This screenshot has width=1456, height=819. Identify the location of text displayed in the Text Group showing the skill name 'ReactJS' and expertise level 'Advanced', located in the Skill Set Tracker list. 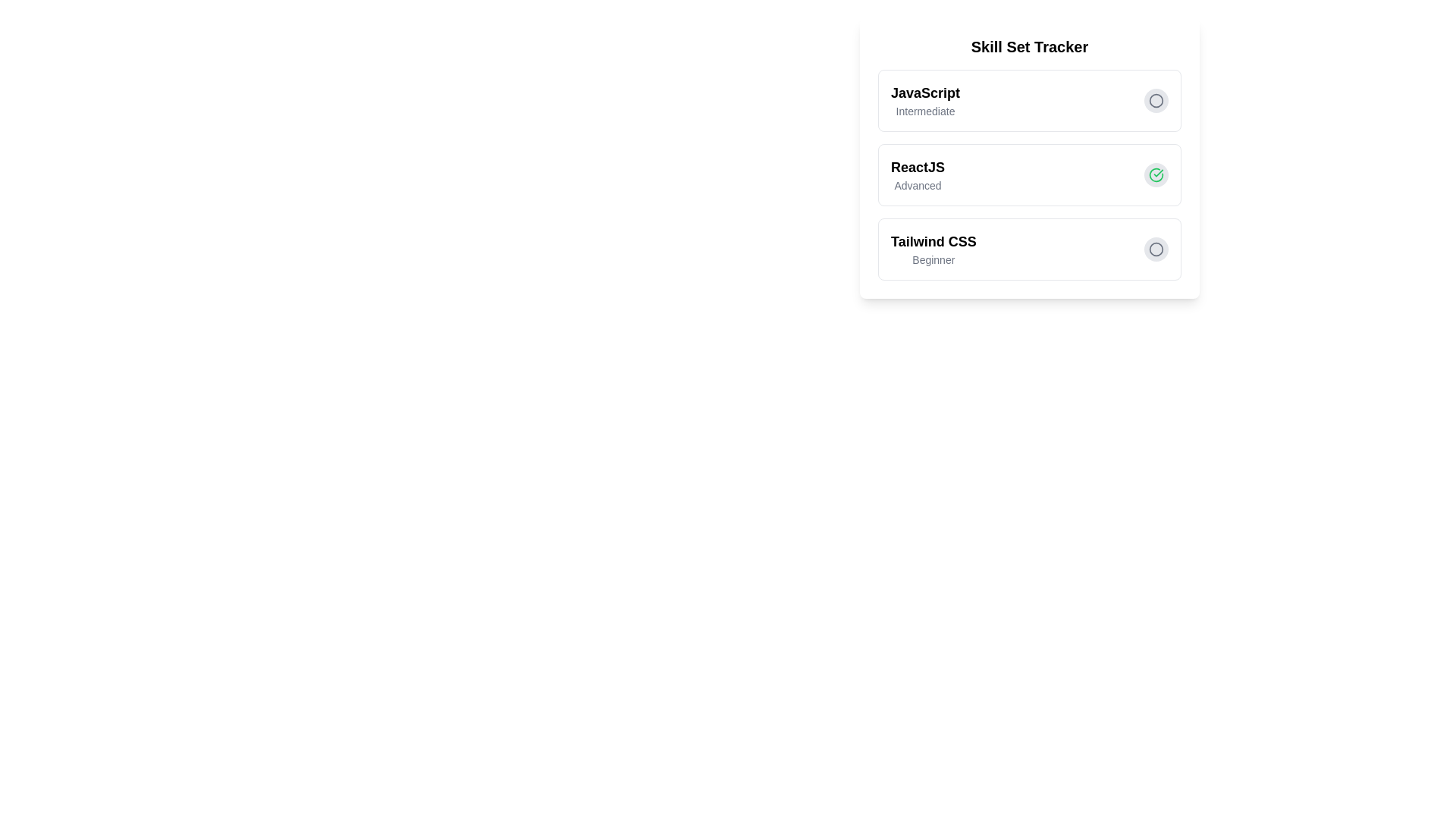
(917, 174).